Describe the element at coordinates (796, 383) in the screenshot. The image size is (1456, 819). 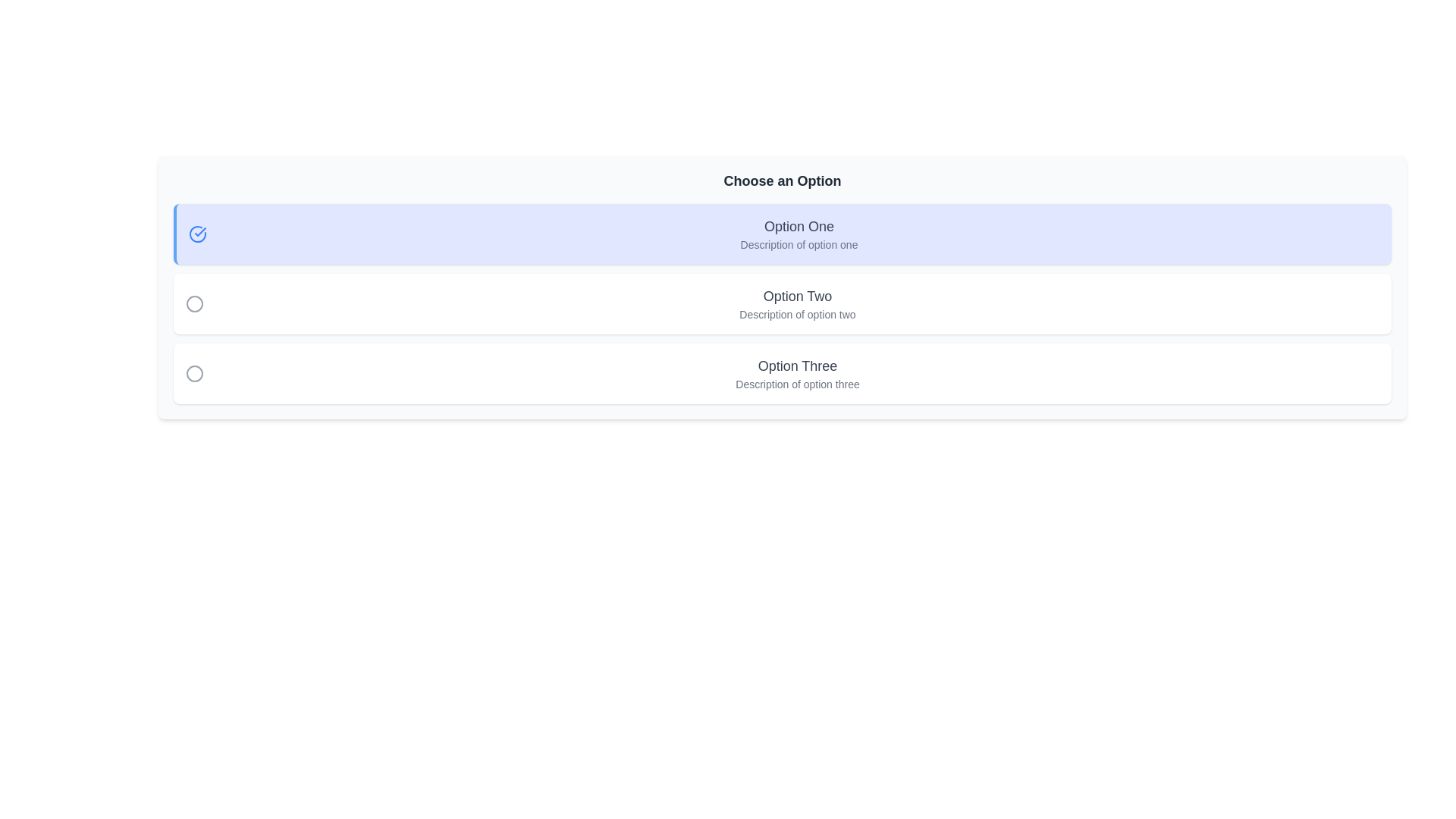
I see `the descriptive text 'Description of option three' which is located beneath 'Option Three' in a selection group` at that location.